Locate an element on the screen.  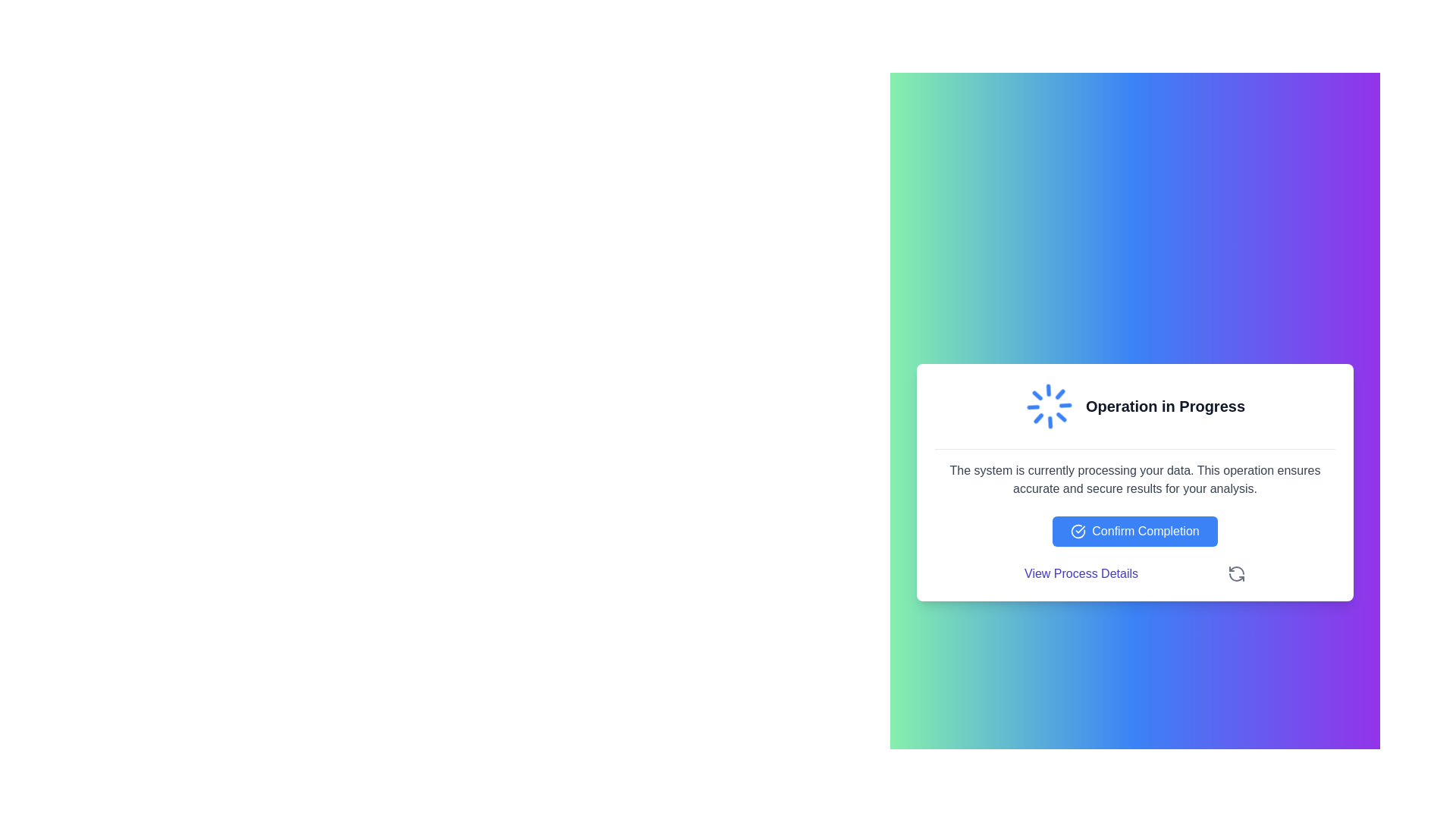
the decorative graphic segment of the circular spinner located in the top-left quadrant, which indicates loading or processing is located at coordinates (1062, 415).